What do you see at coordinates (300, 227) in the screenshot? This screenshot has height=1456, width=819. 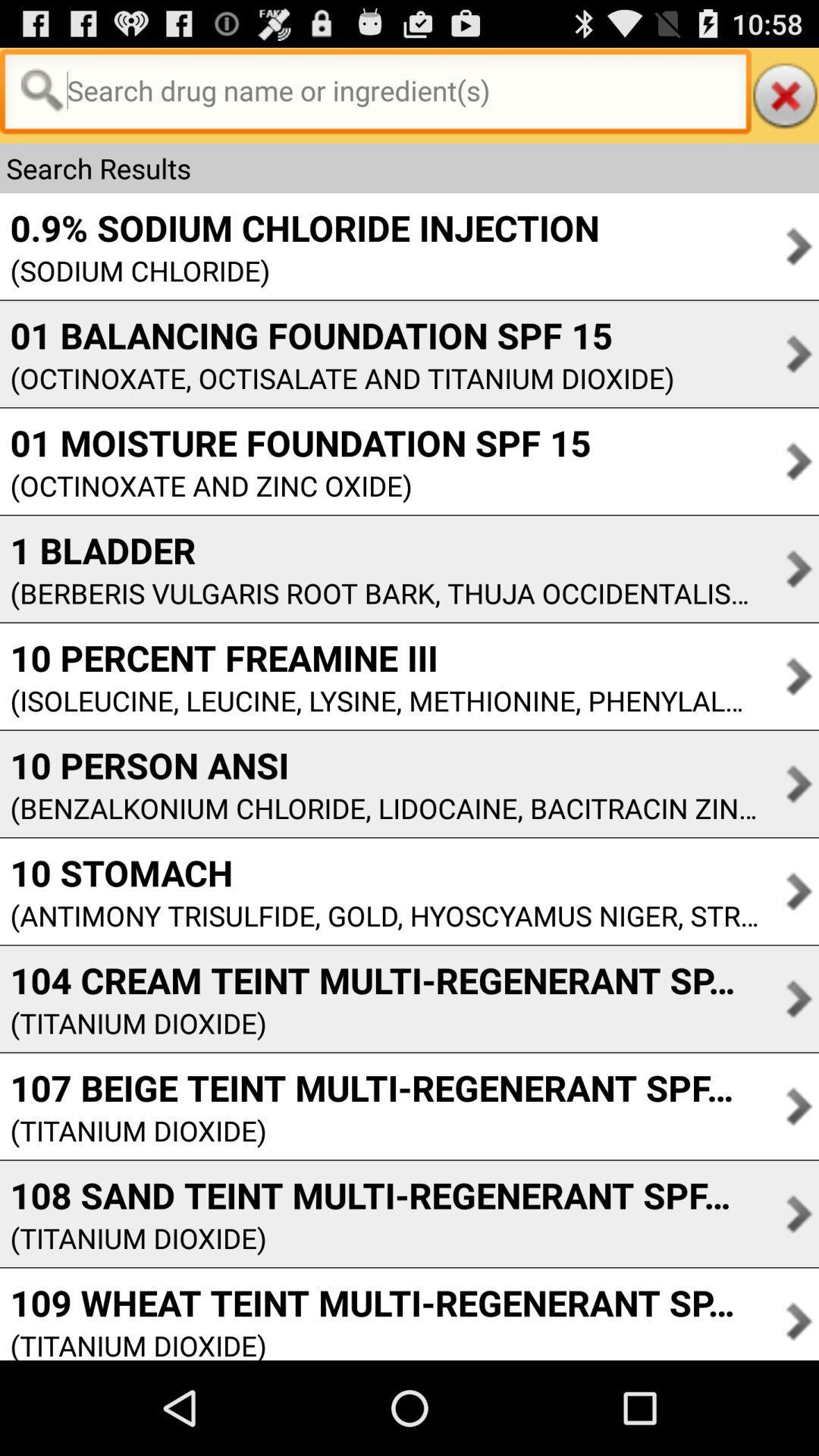 I see `the 0 9 sodium` at bounding box center [300, 227].